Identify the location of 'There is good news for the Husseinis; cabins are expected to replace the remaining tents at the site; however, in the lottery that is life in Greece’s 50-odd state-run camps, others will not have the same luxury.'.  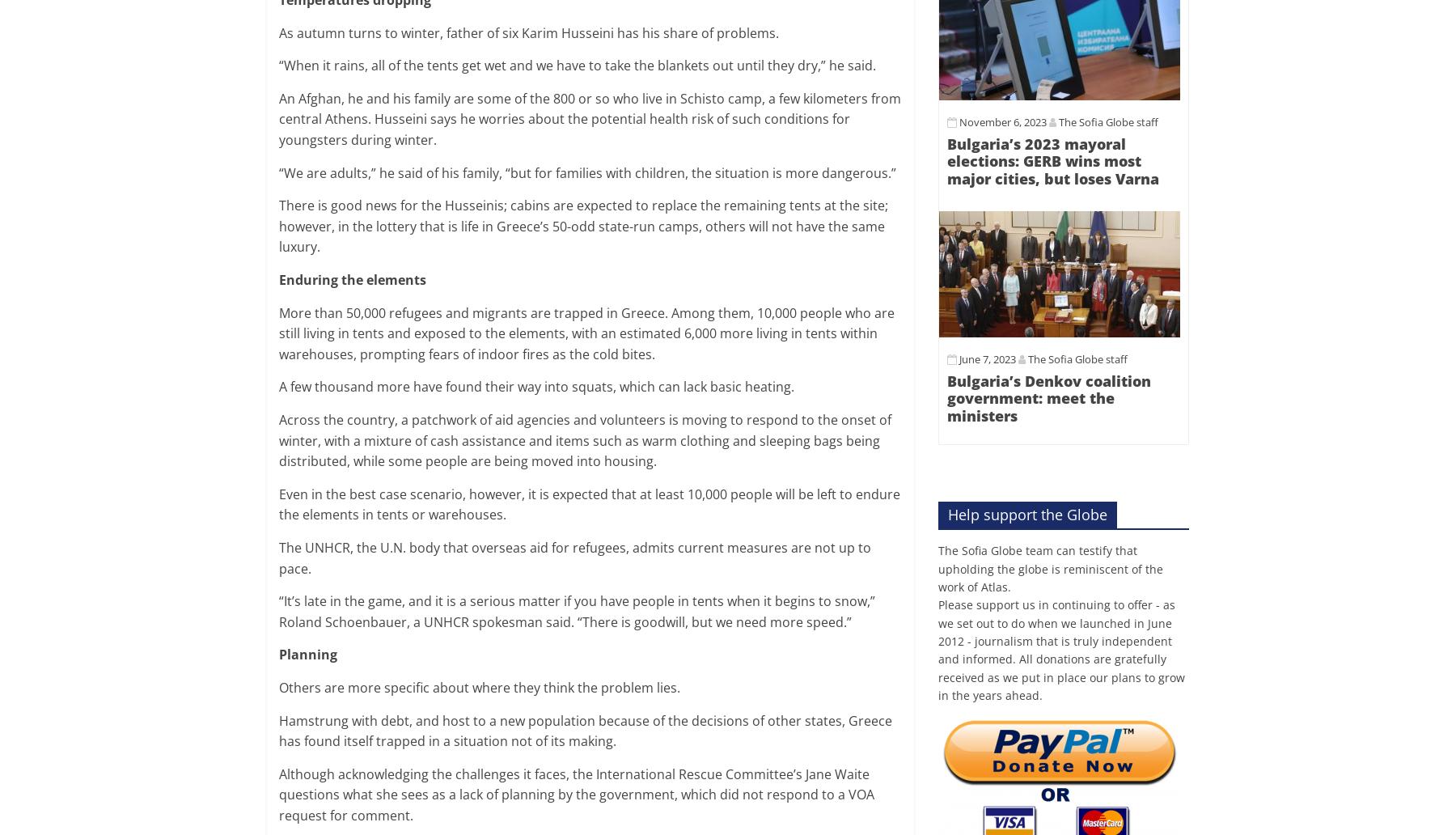
(279, 226).